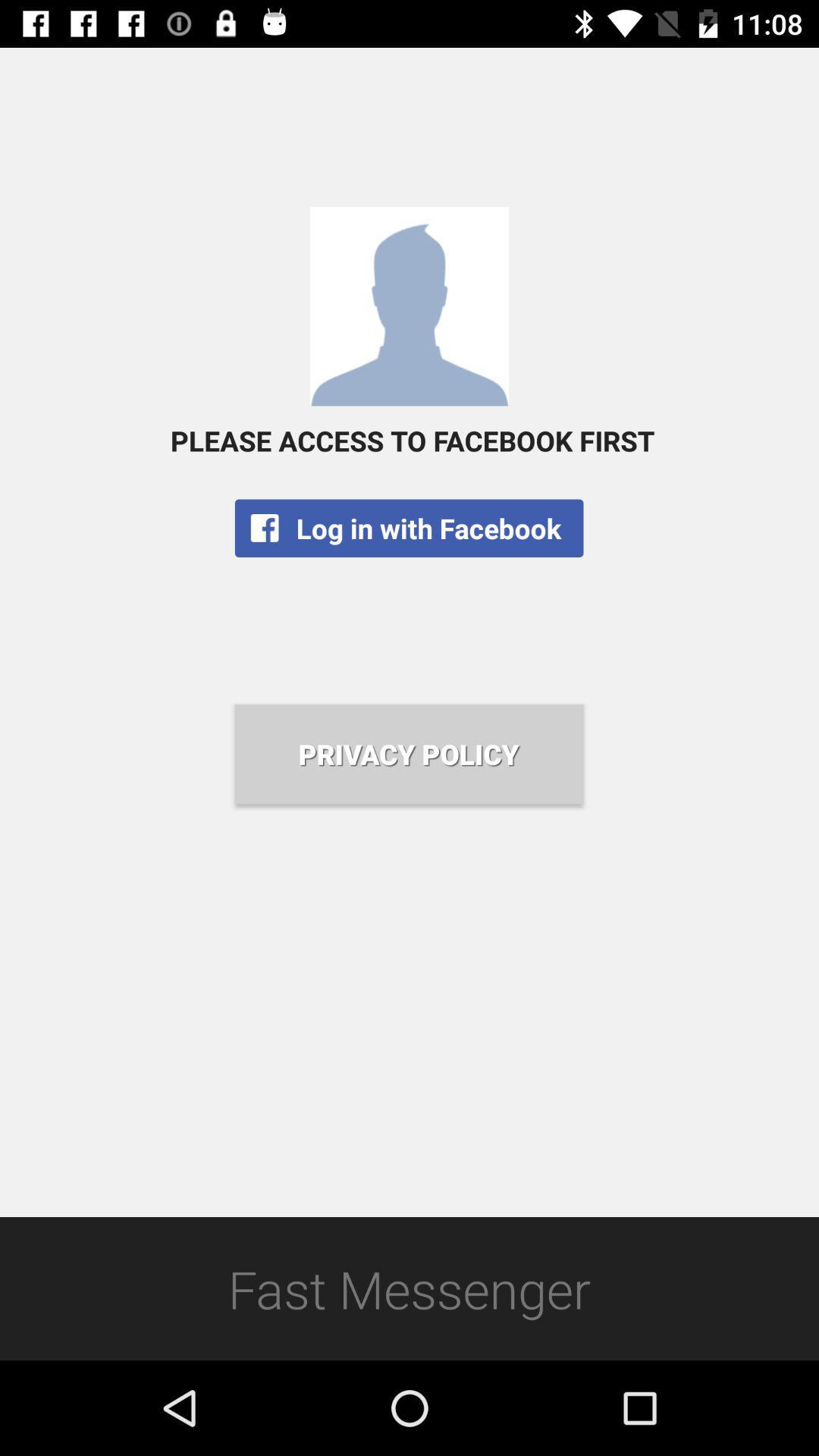 The width and height of the screenshot is (819, 1456). Describe the element at coordinates (409, 1288) in the screenshot. I see `button below privacy policy button` at that location.